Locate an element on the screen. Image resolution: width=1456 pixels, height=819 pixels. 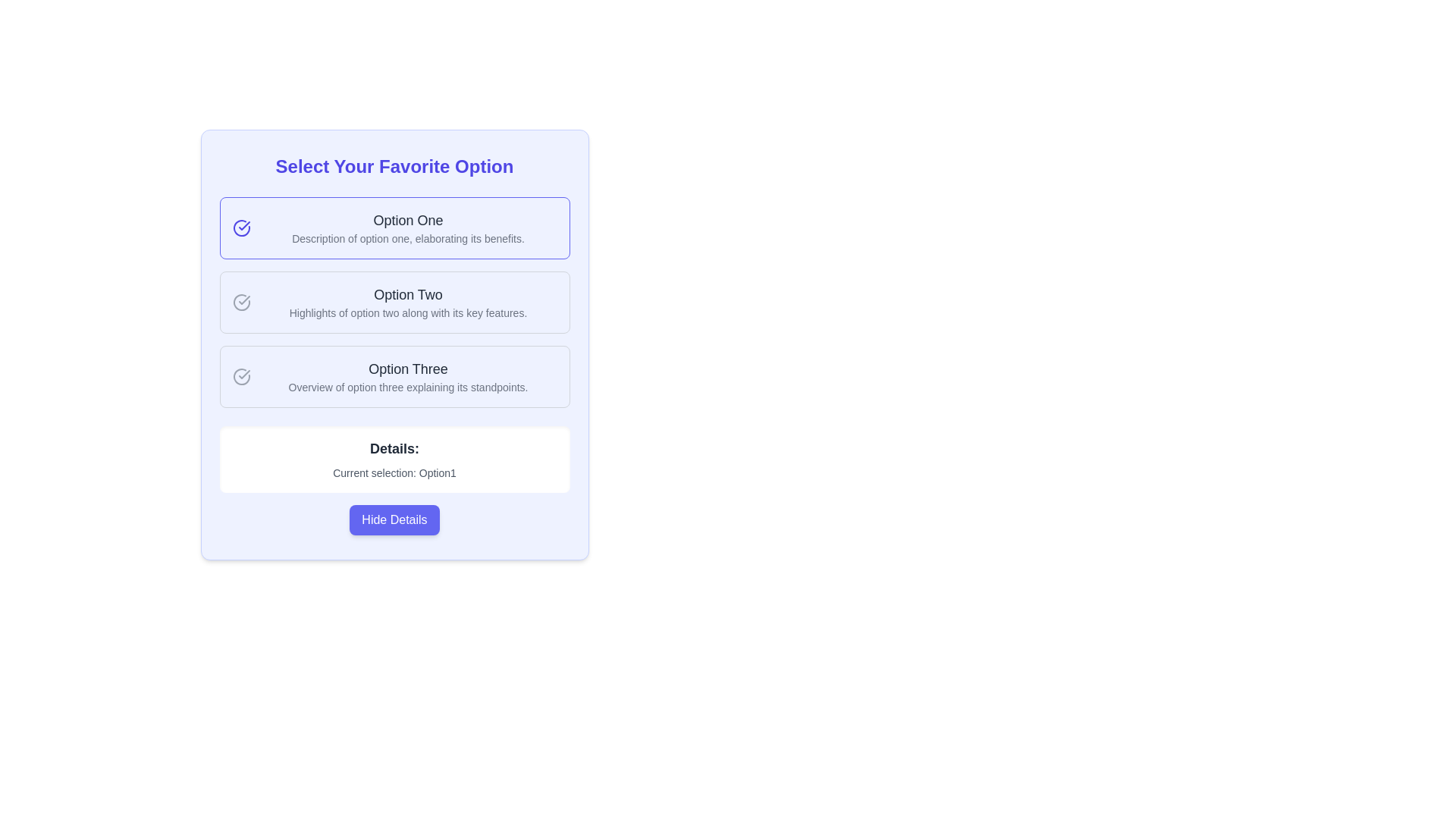
the static text description that reads 'Highlights of option two along with its key features,' located below the title 'Option Two' in the highlighted options section is located at coordinates (408, 312).